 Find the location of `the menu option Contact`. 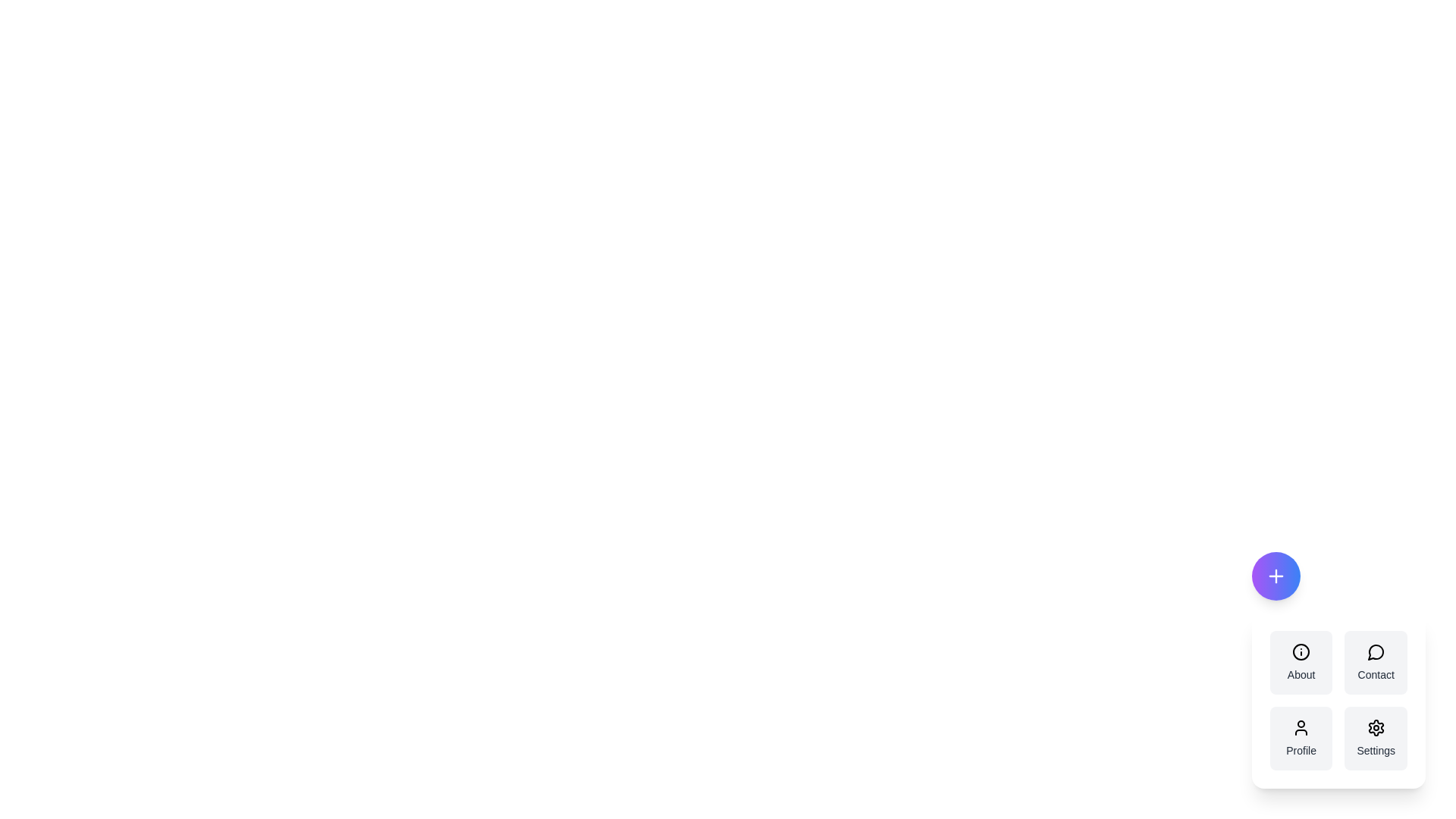

the menu option Contact is located at coordinates (1376, 662).